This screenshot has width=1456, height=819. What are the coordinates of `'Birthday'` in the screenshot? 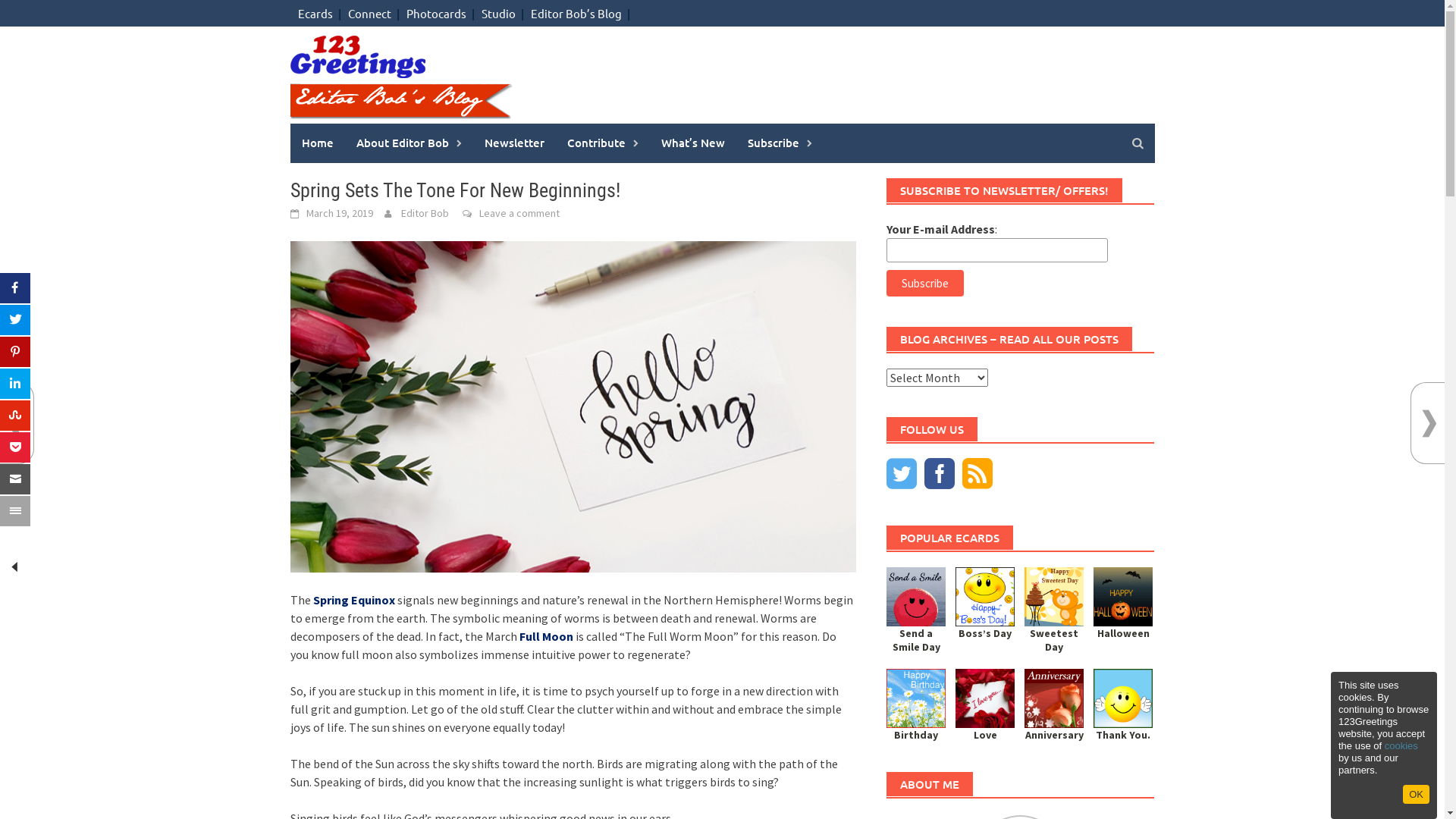 It's located at (915, 733).